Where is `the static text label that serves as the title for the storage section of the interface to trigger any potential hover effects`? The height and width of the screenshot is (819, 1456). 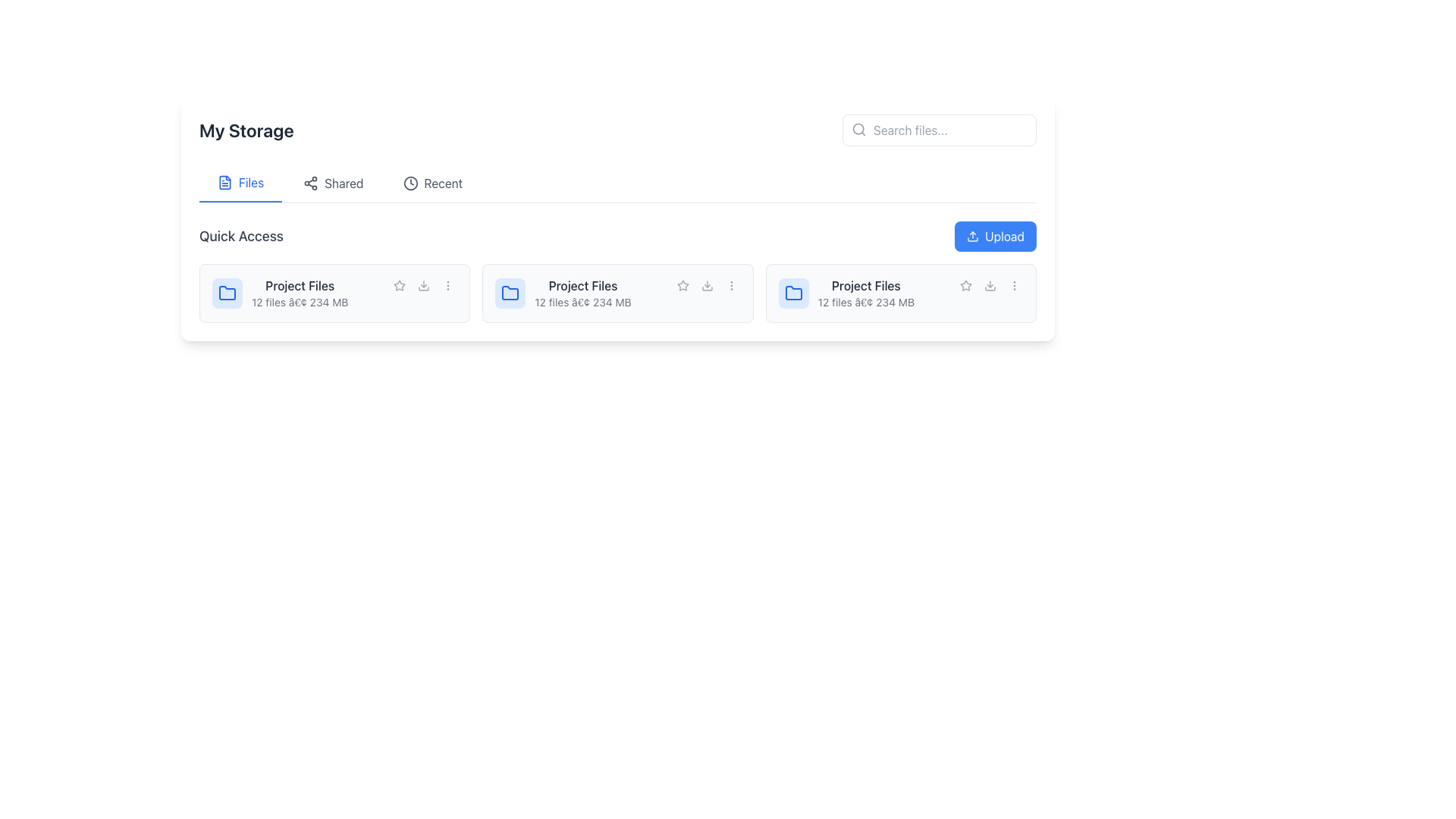 the static text label that serves as the title for the storage section of the interface to trigger any potential hover effects is located at coordinates (246, 130).